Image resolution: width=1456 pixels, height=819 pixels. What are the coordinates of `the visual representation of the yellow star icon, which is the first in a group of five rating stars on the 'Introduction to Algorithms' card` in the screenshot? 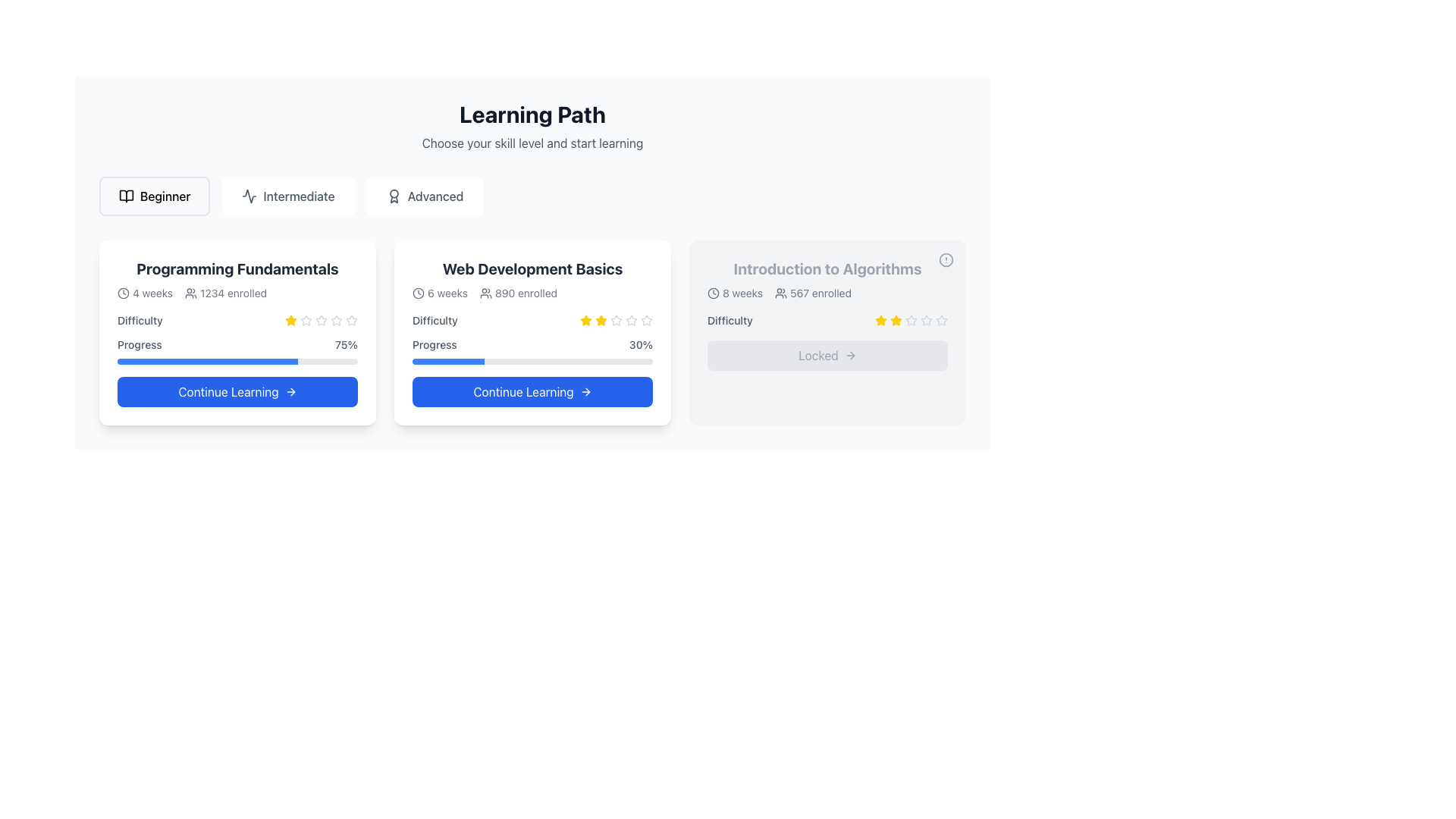 It's located at (880, 320).